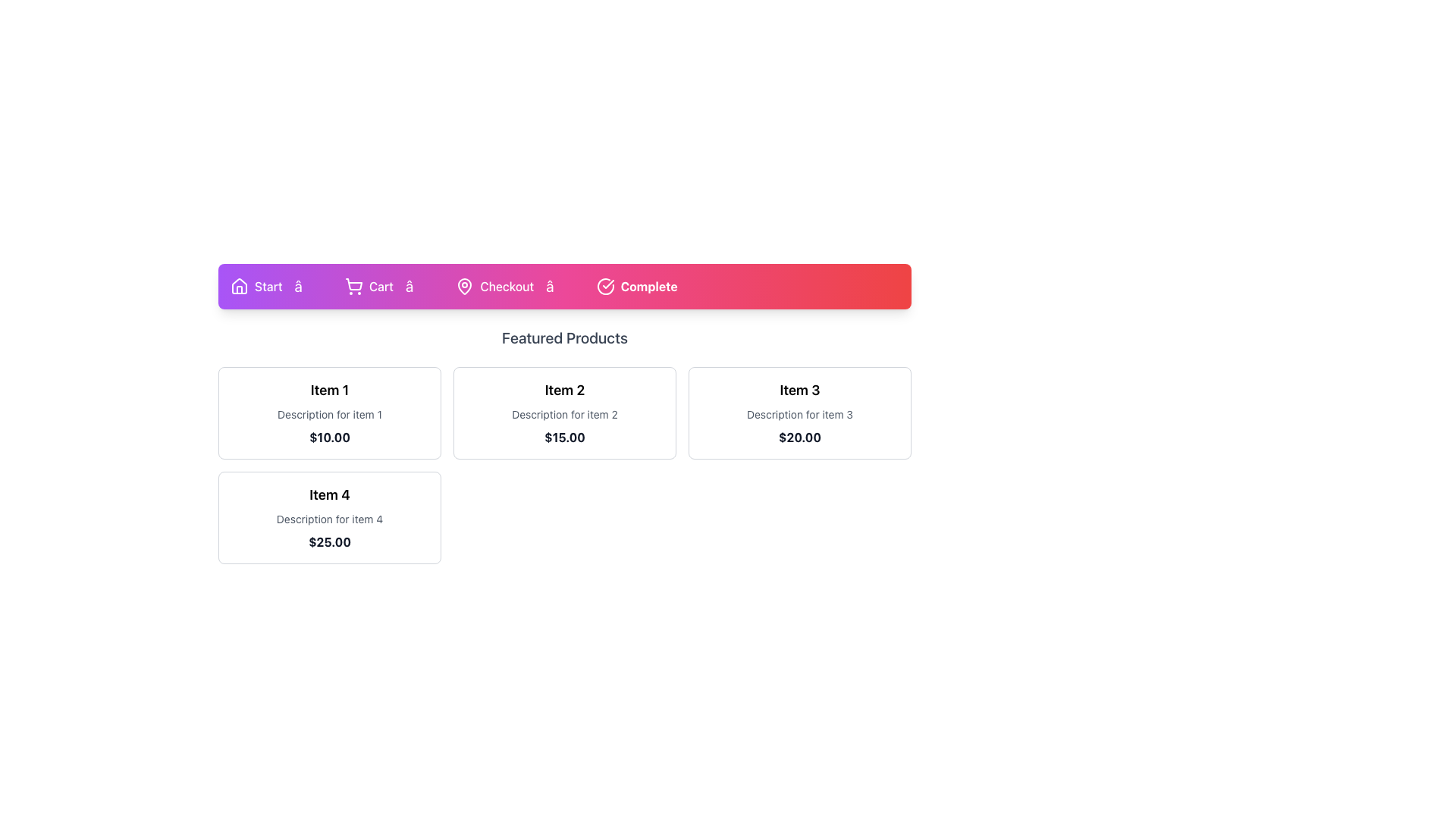  Describe the element at coordinates (464, 287) in the screenshot. I see `the vector graphic element representing the map-pin icon, which is centrally located within the 'Complete' button in the upper navigation bar` at that location.